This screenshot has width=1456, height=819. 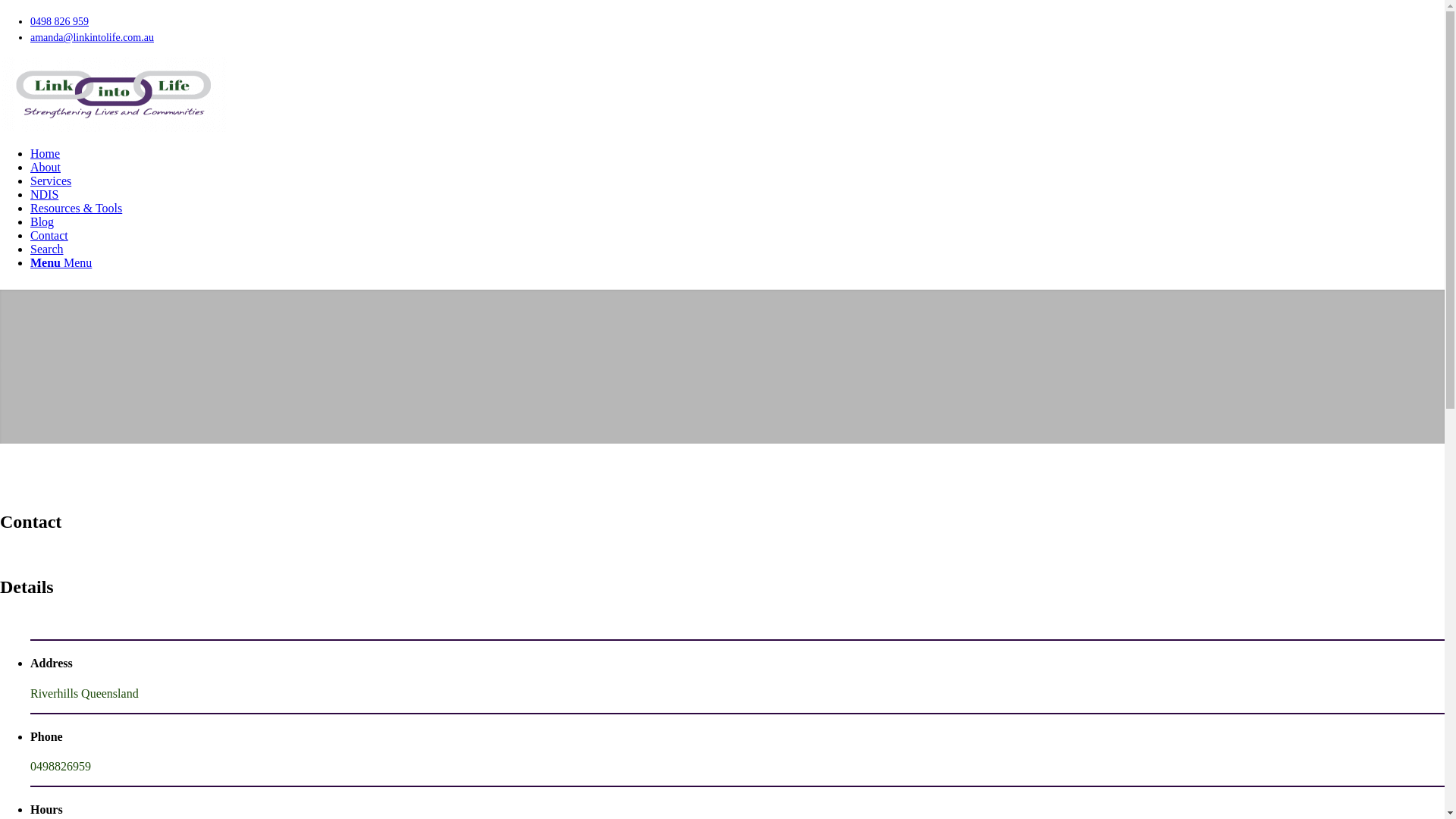 I want to click on 'Resources & Tools', so click(x=75, y=208).